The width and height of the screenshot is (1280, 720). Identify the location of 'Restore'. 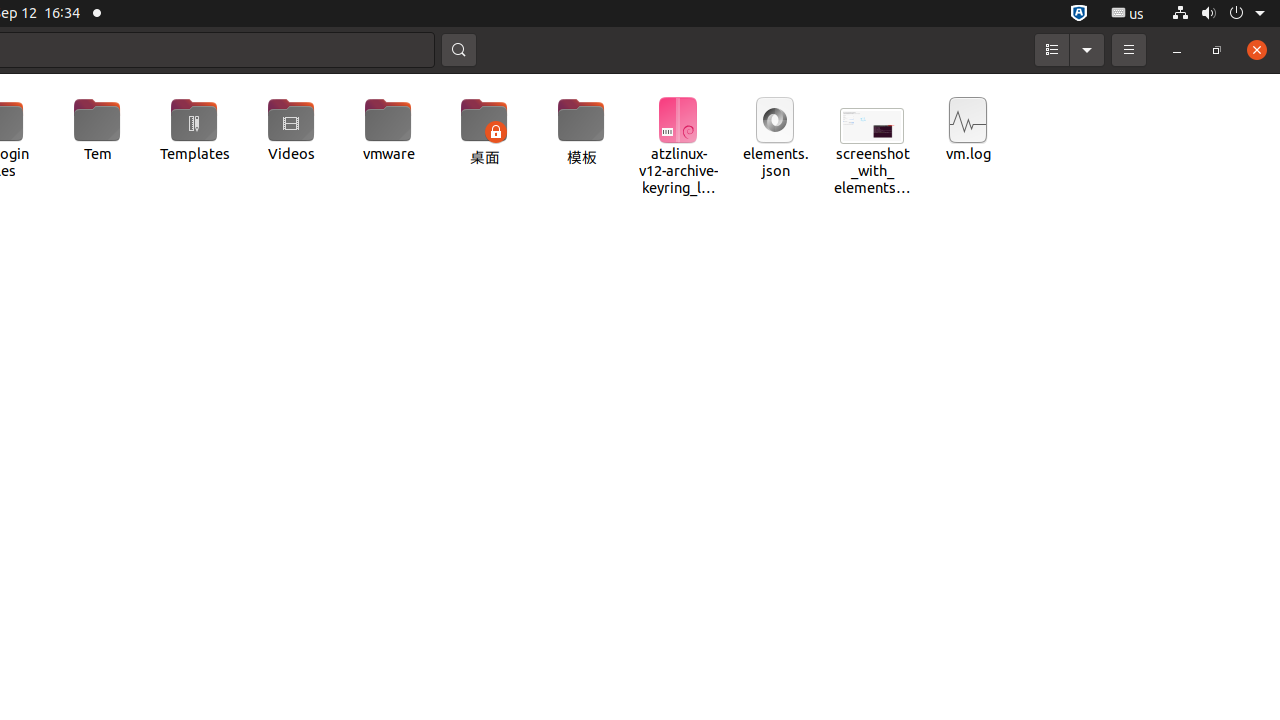
(1216, 48).